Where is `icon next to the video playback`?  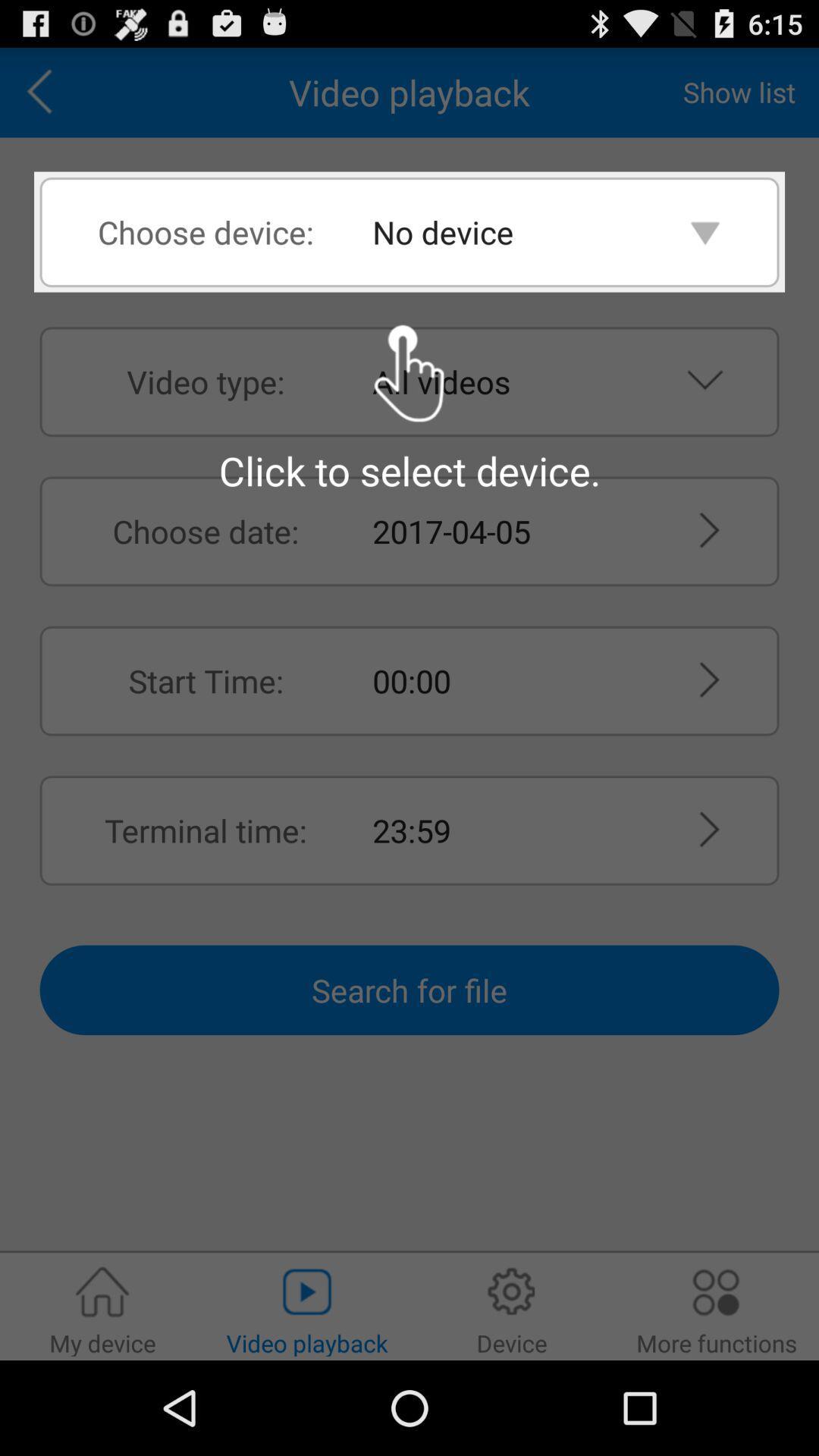 icon next to the video playback is located at coordinates (44, 92).